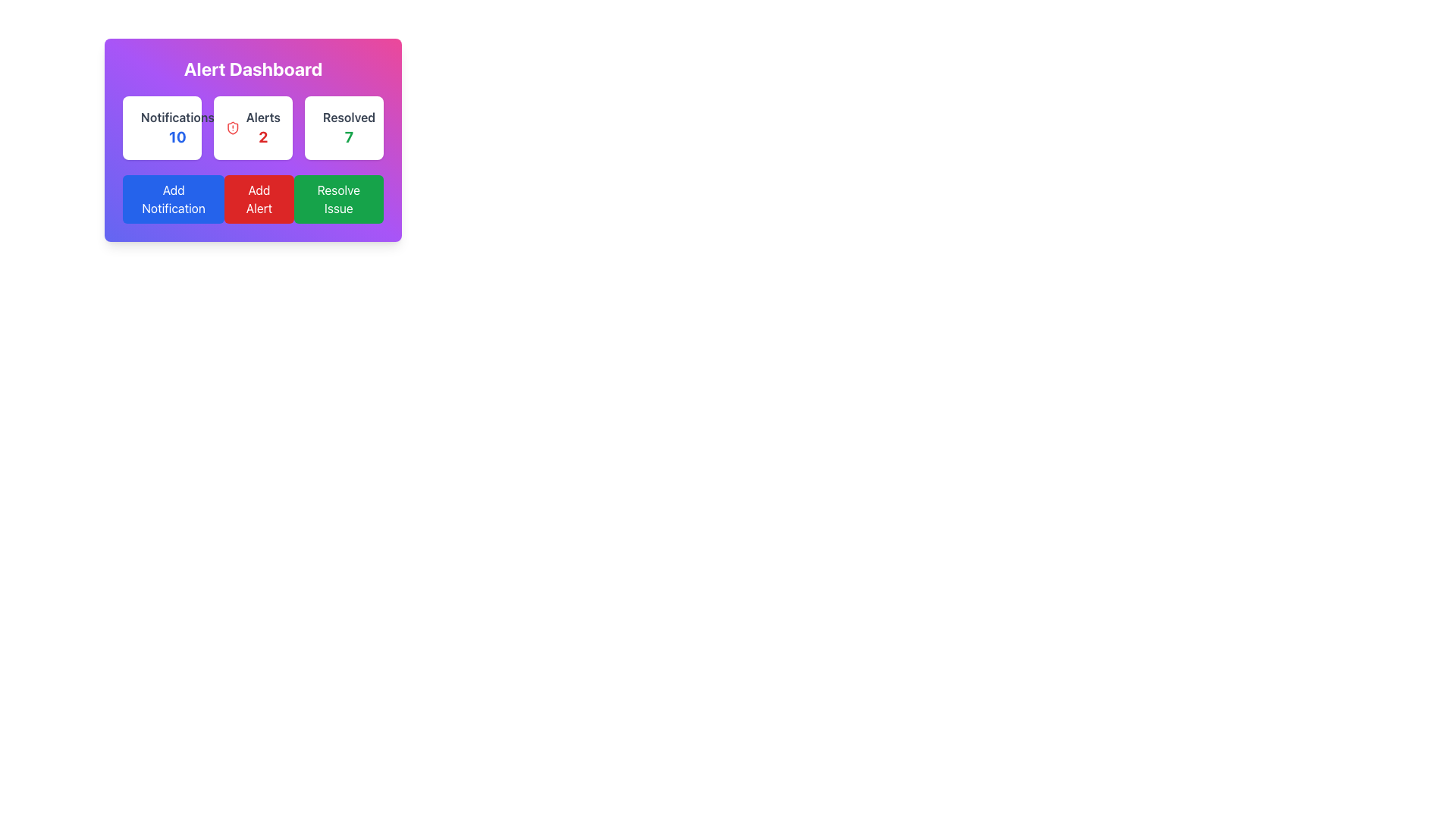 The width and height of the screenshot is (1456, 819). I want to click on the 'Add Alert' button, which is a red rectangular button with white text, centrally located between 'Add Notification' and 'Resolve Issue' in the 'Alert Dashboard' panel, so click(253, 198).